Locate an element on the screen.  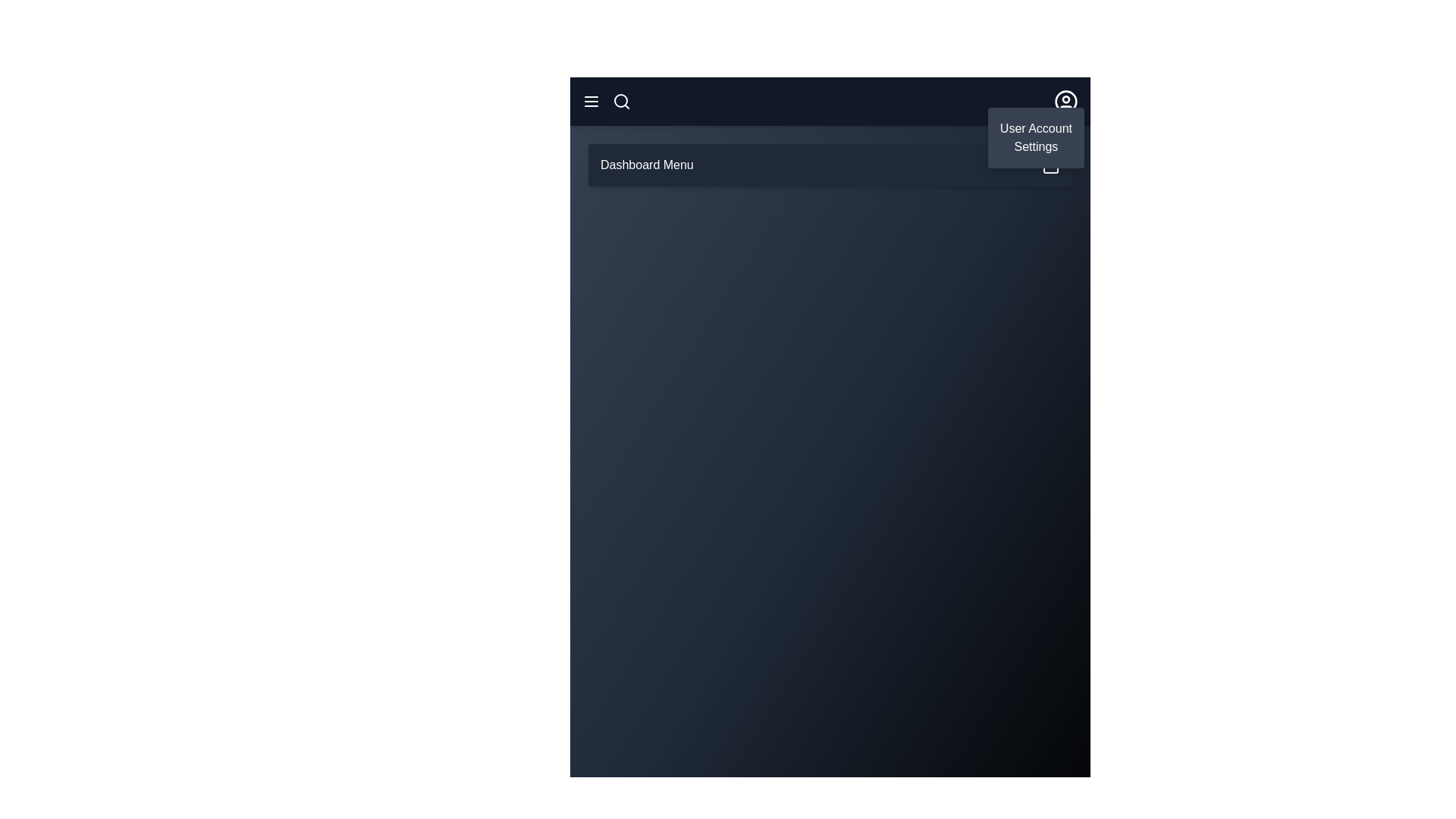
the menu icon to toggle the visibility of the main menu is located at coordinates (590, 102).